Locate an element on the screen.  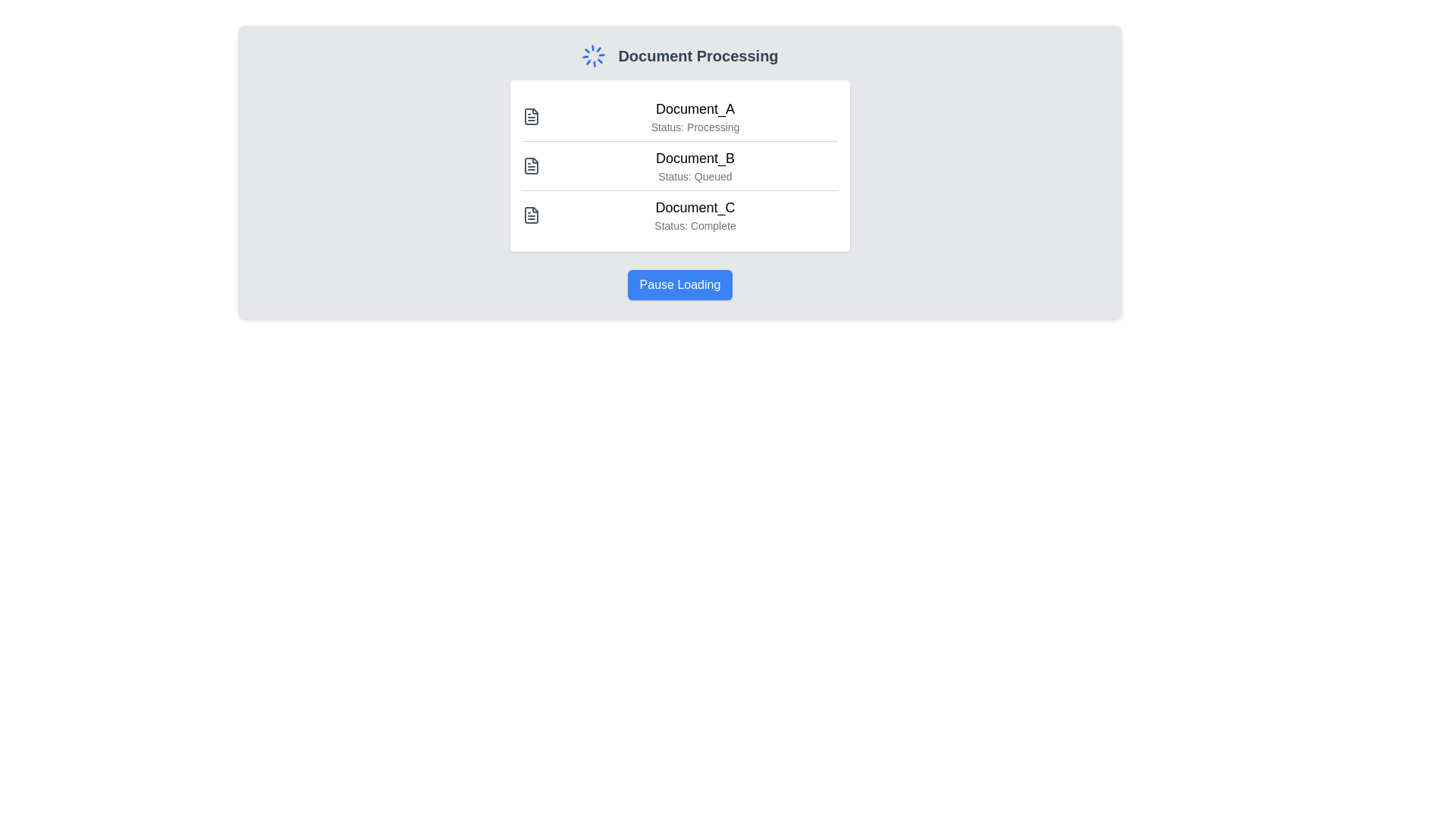
the document icon with a rectangular outline and a folded top-right corner, located next to 'Document_B' with the status 'Queued' is located at coordinates (531, 166).